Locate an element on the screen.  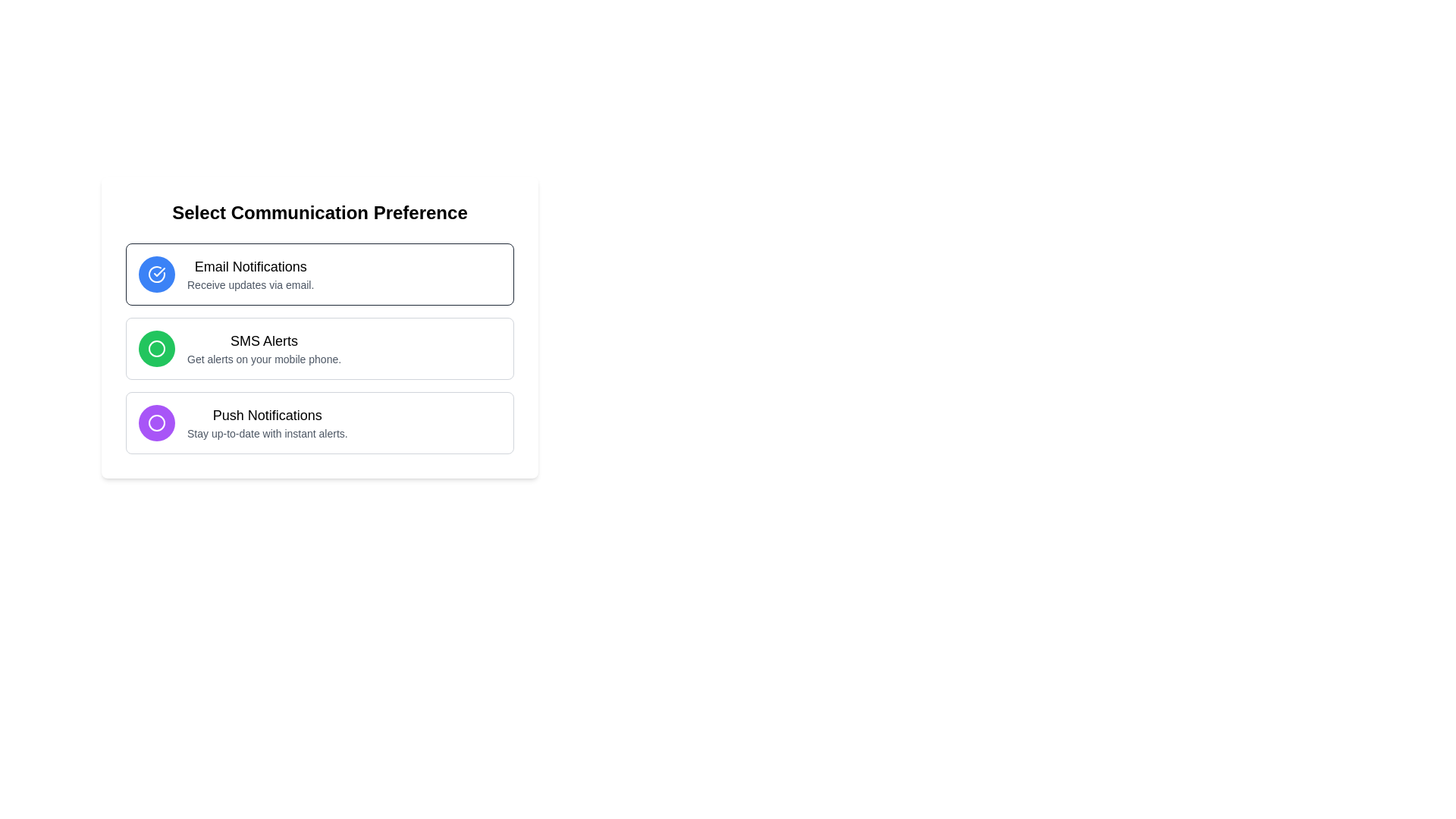
the circular graphical icon next to the 'Push Notifications' text, which is the third option in the list under 'Select Communication Preference.' is located at coordinates (156, 423).